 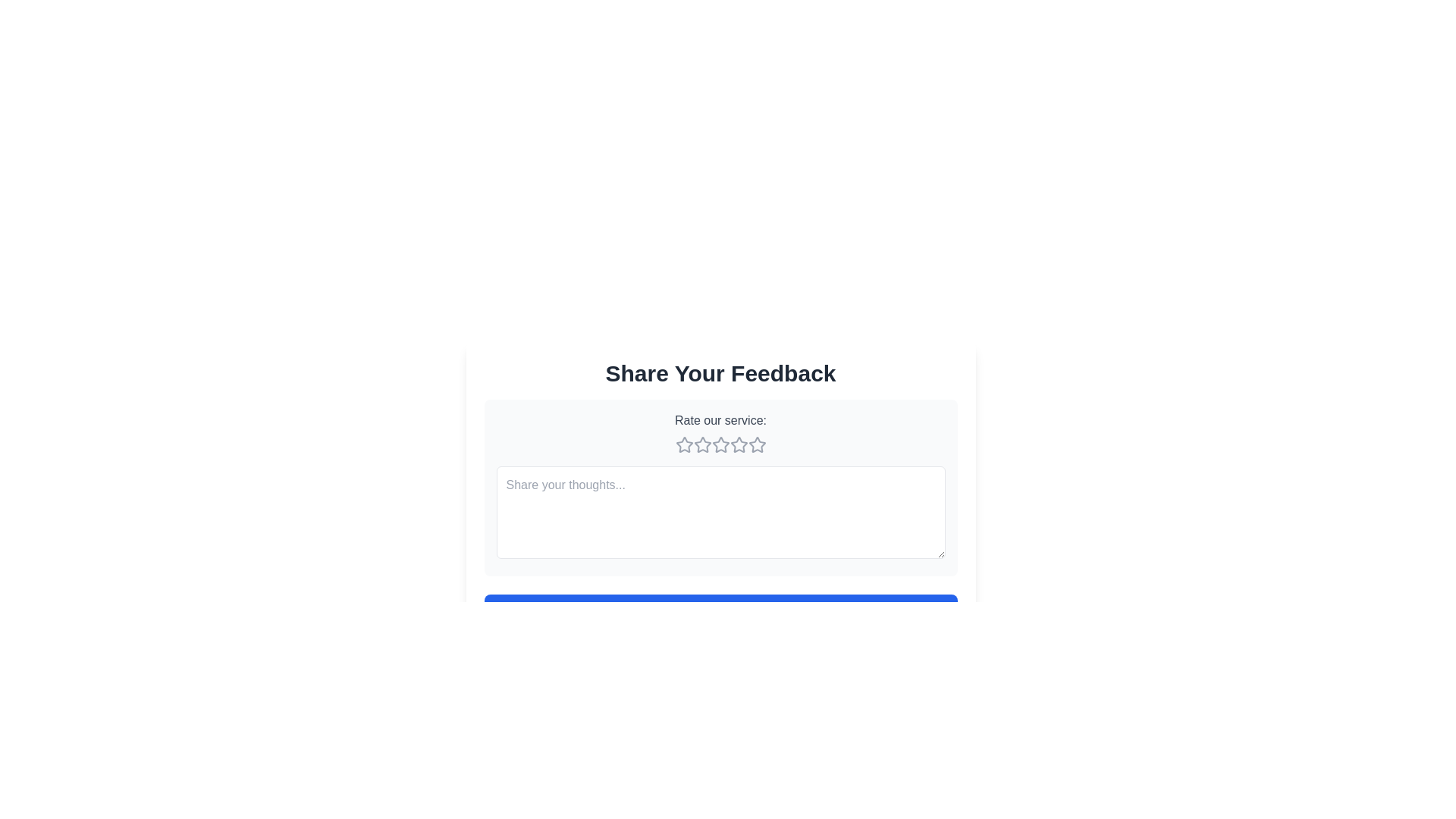 What do you see at coordinates (683, 444) in the screenshot?
I see `the first rating star in the five-star rating system, located in the 'Rate our service' section` at bounding box center [683, 444].